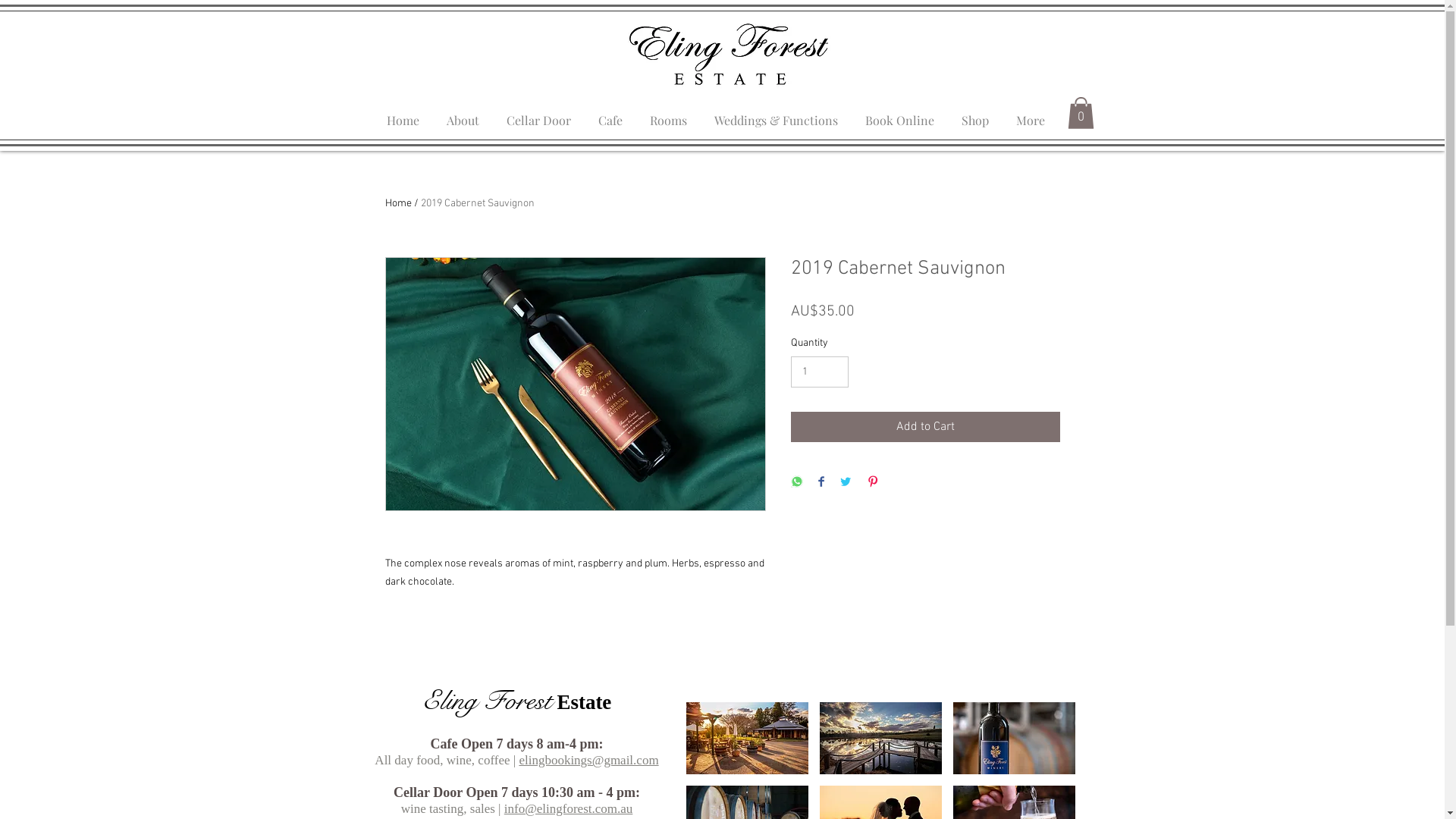  What do you see at coordinates (1080, 112) in the screenshot?
I see `'0'` at bounding box center [1080, 112].